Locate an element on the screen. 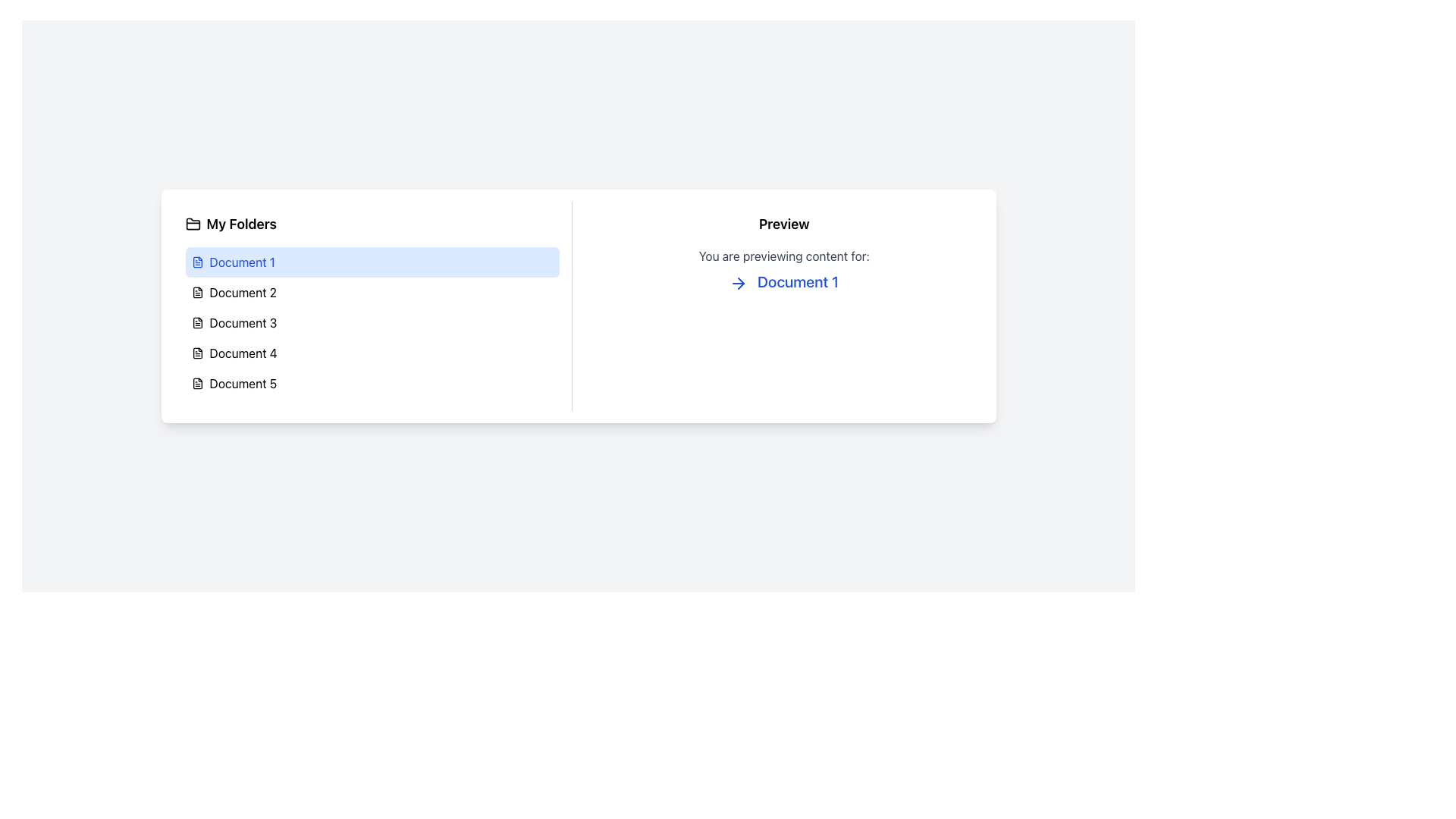 The height and width of the screenshot is (819, 1456). the icon representing 'Document 5' in the folder list, which is located at the beginning of the line for this document is located at coordinates (196, 382).